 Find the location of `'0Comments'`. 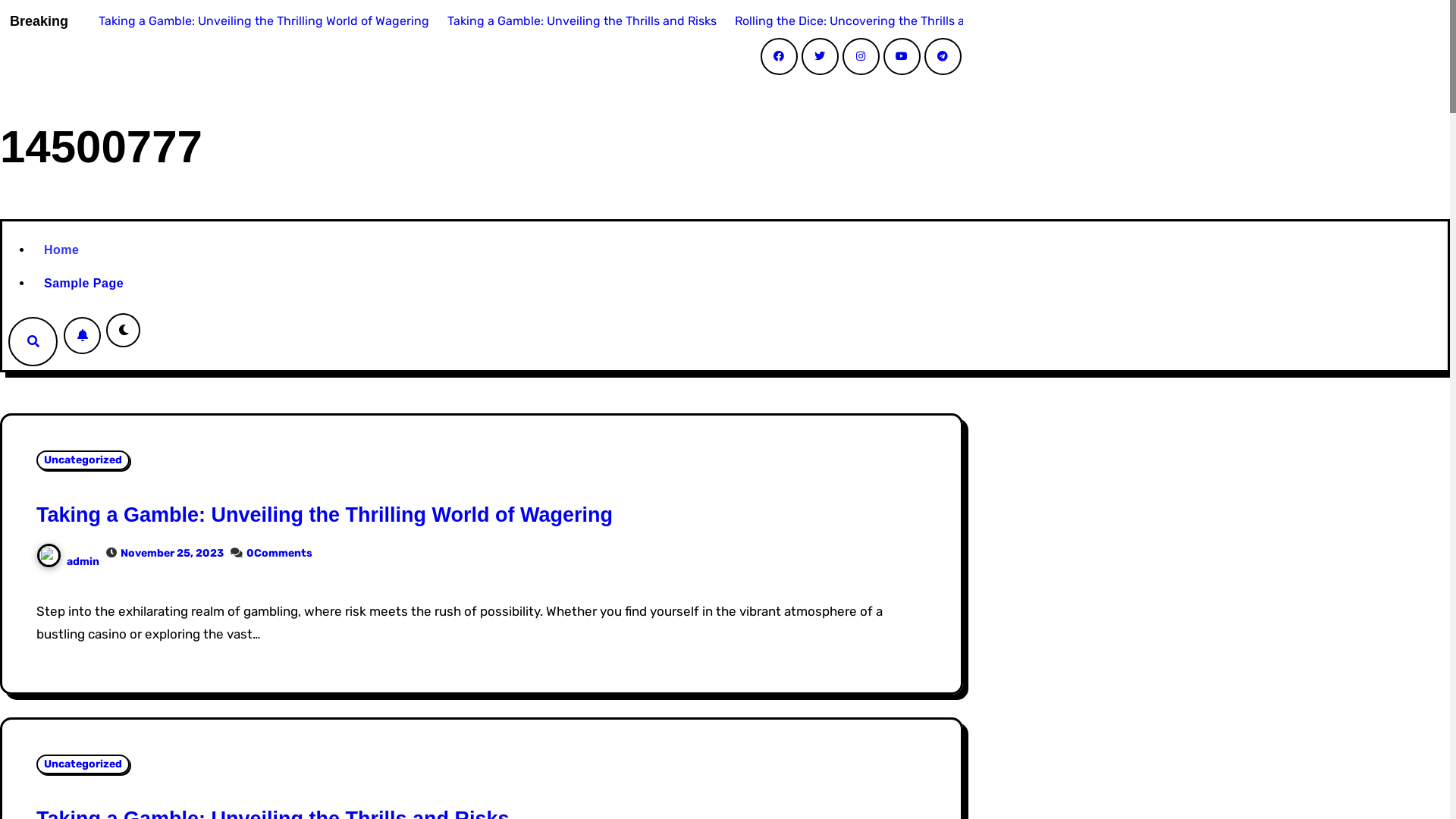

'0Comments' is located at coordinates (279, 553).